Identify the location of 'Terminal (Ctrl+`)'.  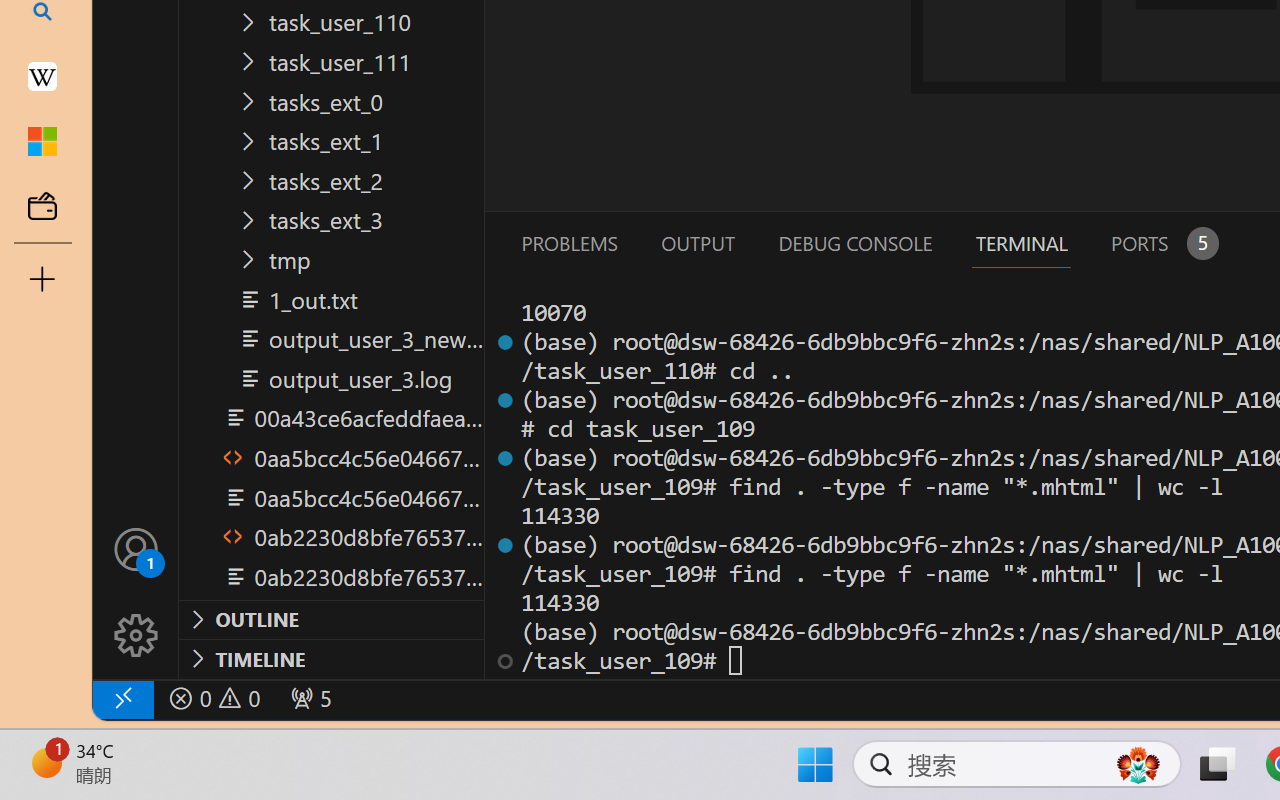
(1021, 242).